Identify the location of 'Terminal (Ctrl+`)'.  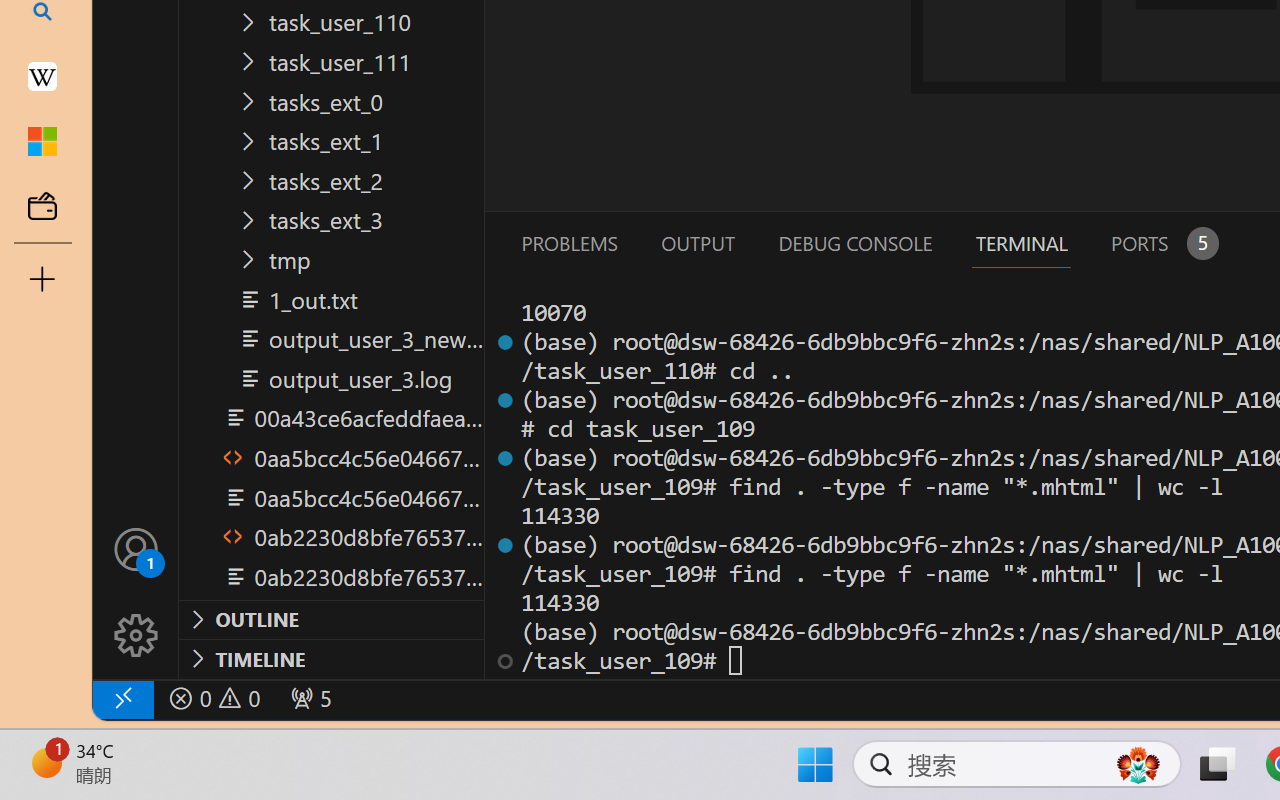
(1021, 242).